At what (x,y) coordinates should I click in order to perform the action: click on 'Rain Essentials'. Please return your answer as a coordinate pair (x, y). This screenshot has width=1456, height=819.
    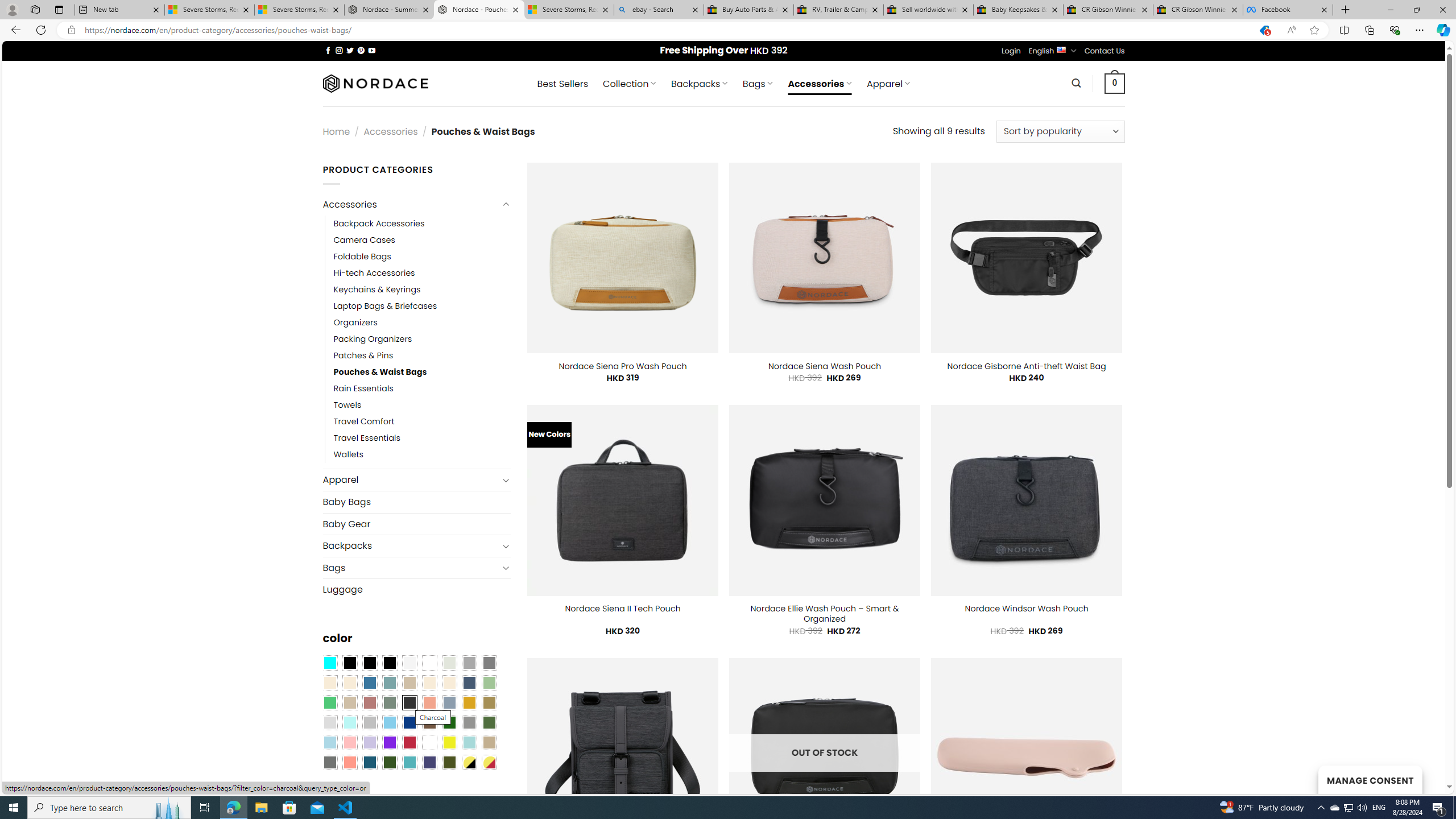
    Looking at the image, I should click on (362, 388).